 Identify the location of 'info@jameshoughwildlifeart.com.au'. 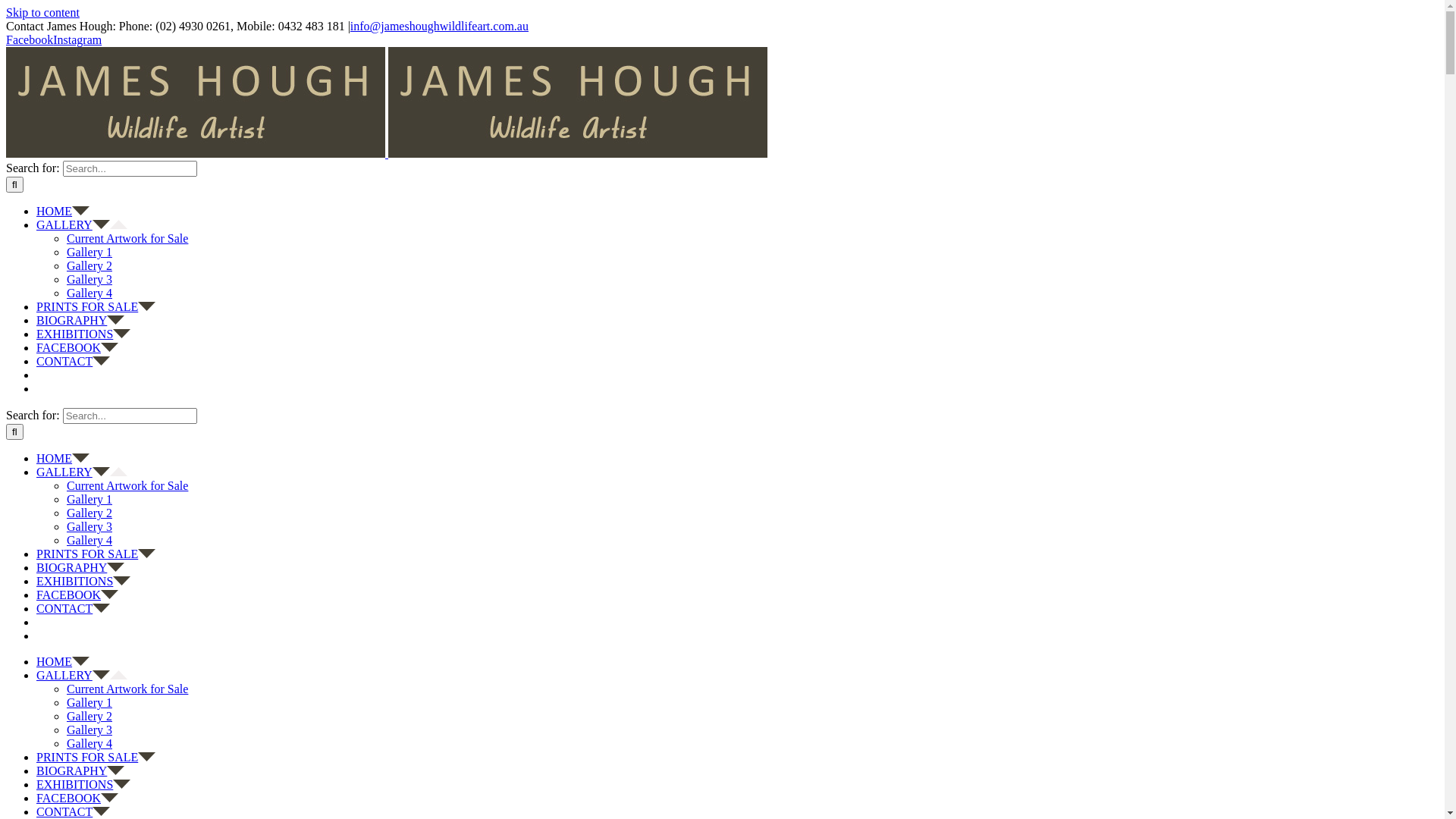
(438, 26).